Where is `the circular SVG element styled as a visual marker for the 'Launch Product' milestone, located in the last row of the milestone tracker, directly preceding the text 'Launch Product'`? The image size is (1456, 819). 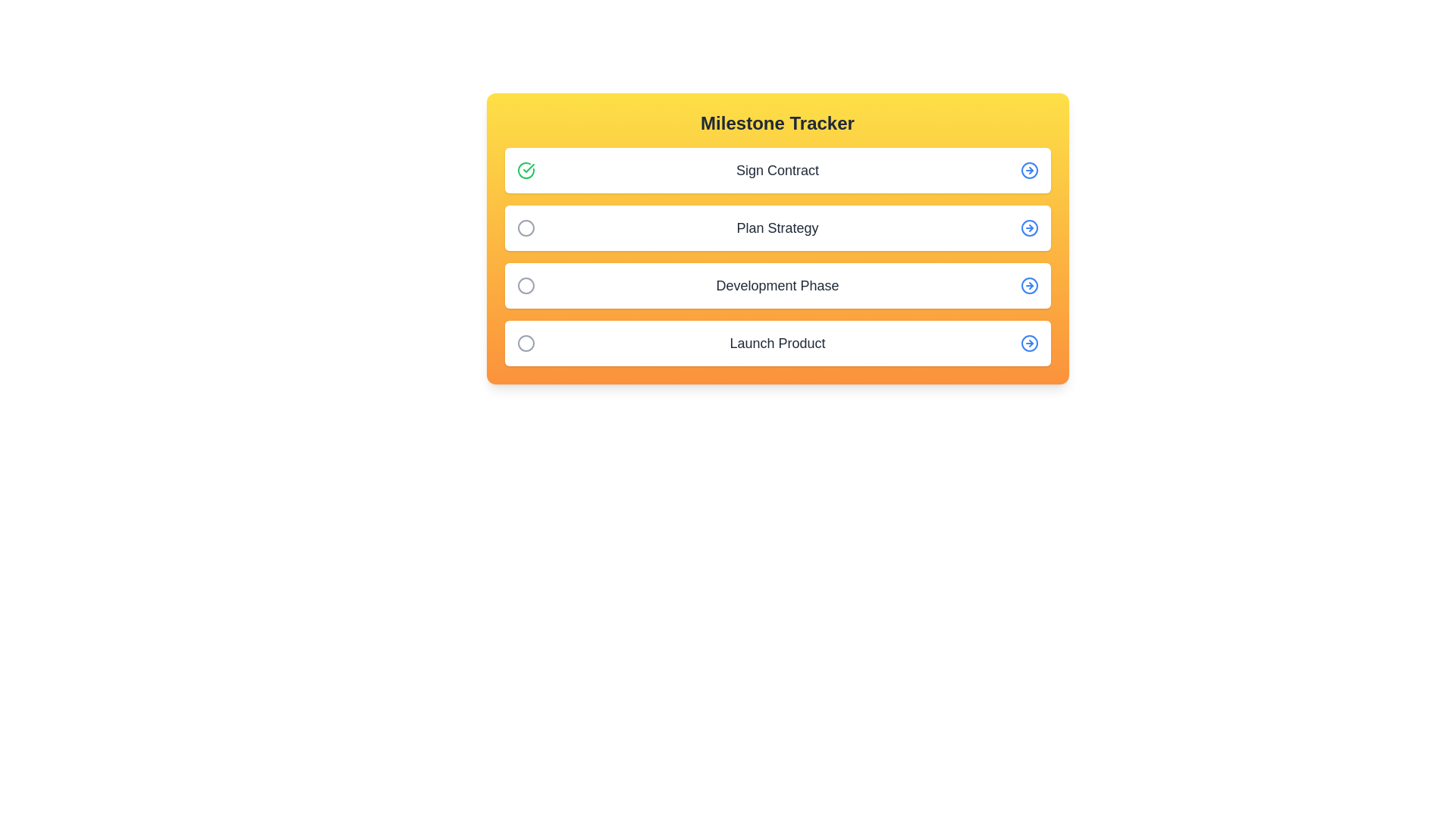 the circular SVG element styled as a visual marker for the 'Launch Product' milestone, located in the last row of the milestone tracker, directly preceding the text 'Launch Product' is located at coordinates (526, 343).